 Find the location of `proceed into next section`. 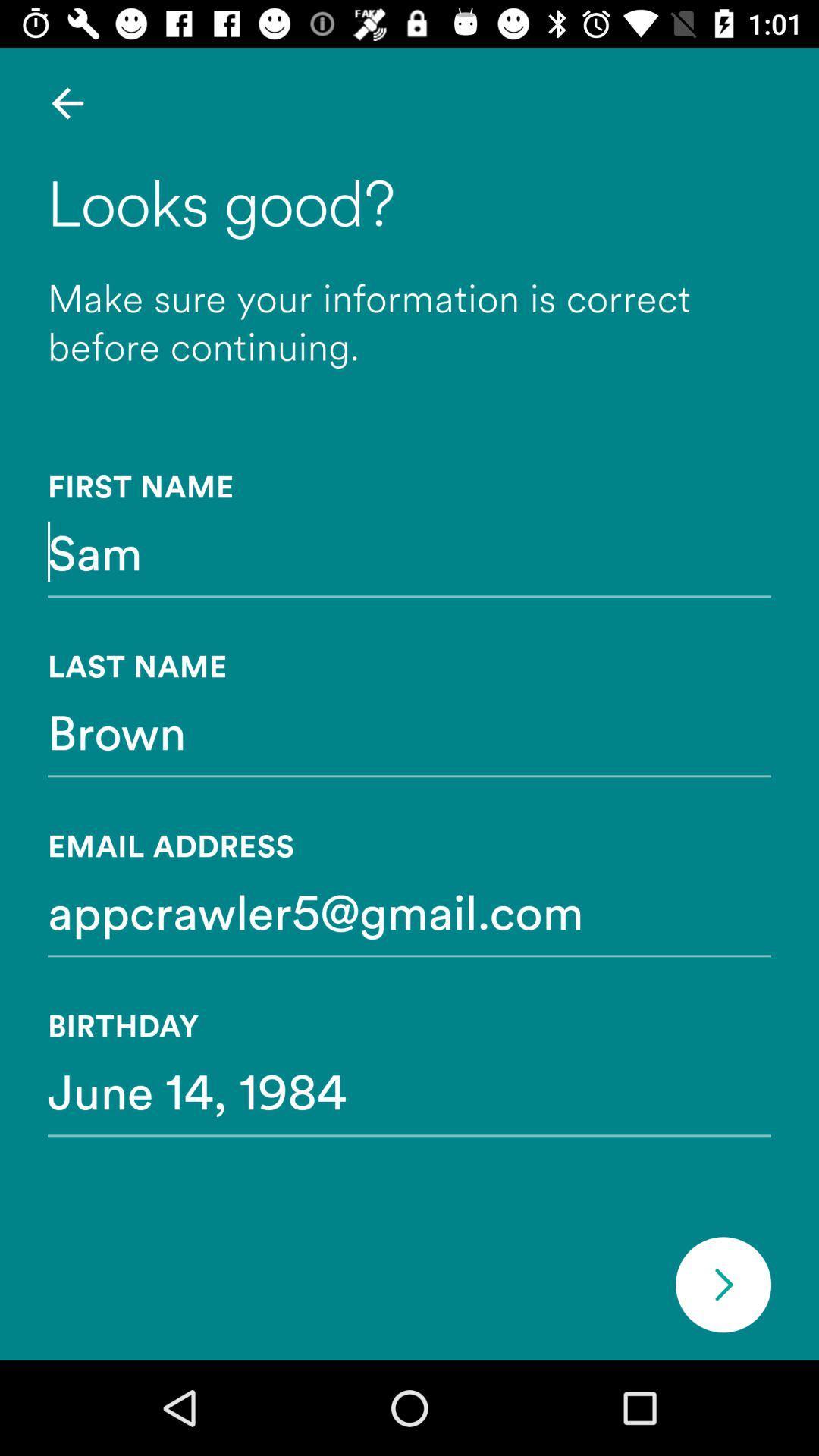

proceed into next section is located at coordinates (722, 1284).